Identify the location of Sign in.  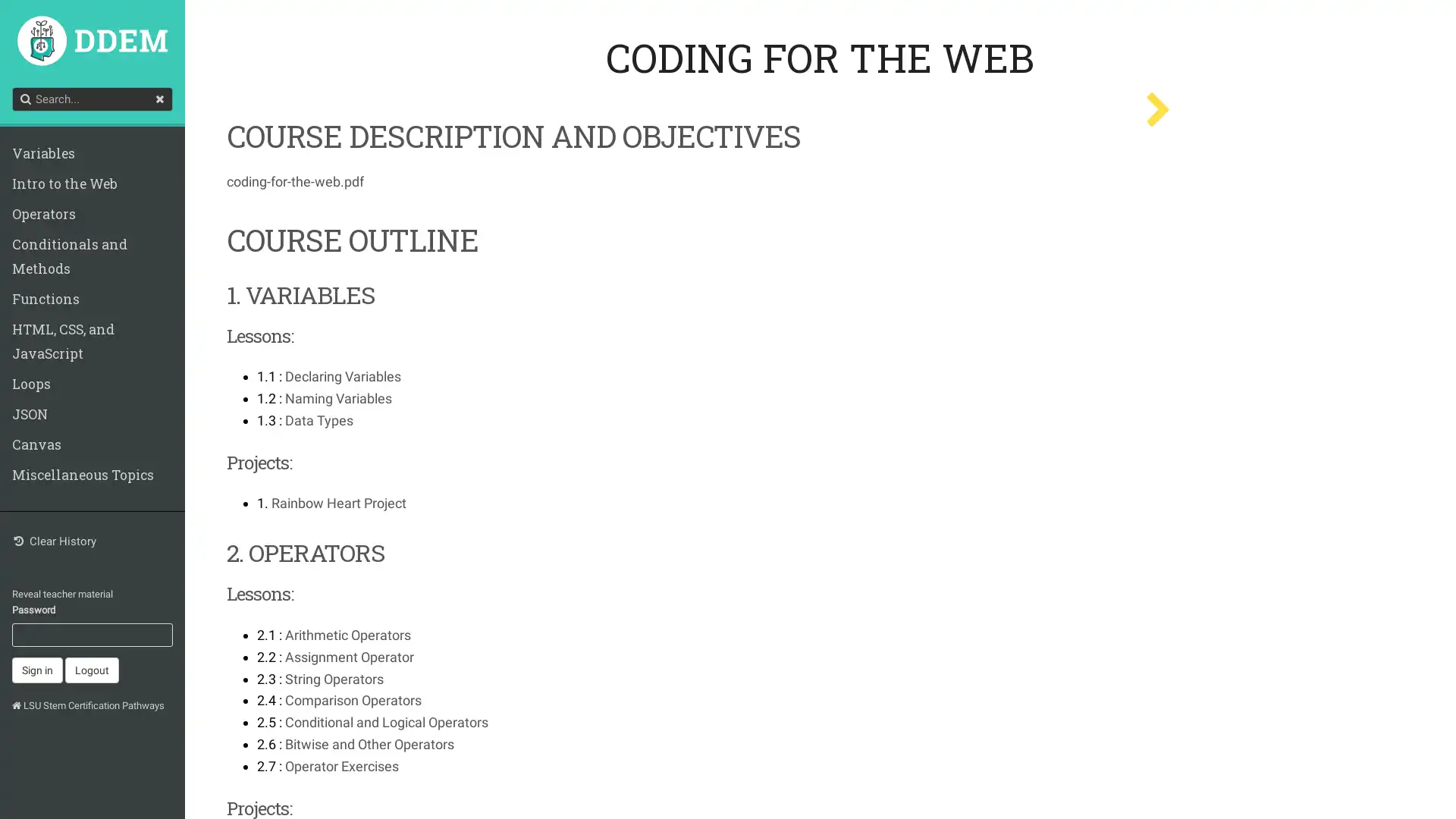
(37, 636).